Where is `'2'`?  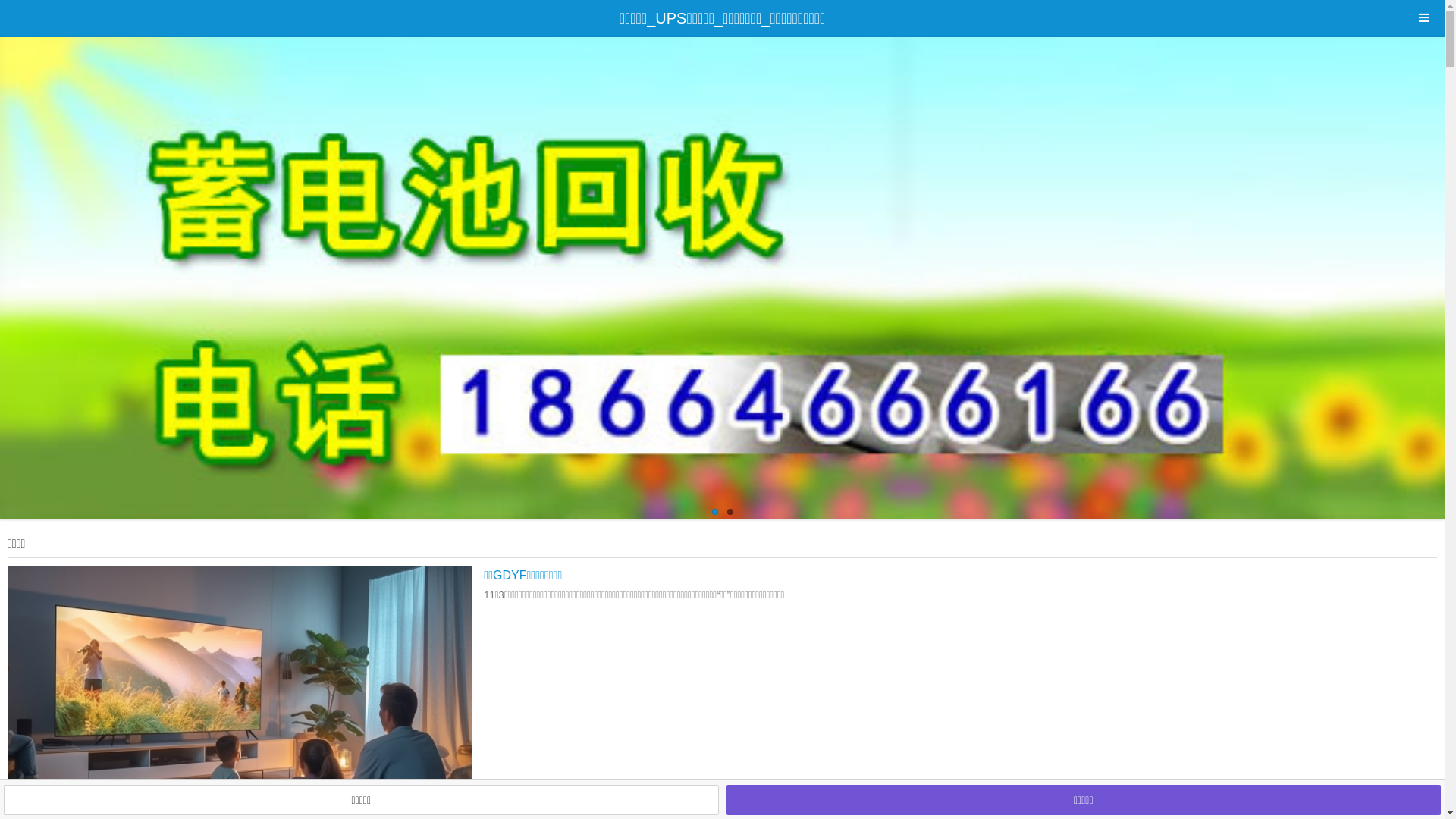
'2' is located at coordinates (729, 512).